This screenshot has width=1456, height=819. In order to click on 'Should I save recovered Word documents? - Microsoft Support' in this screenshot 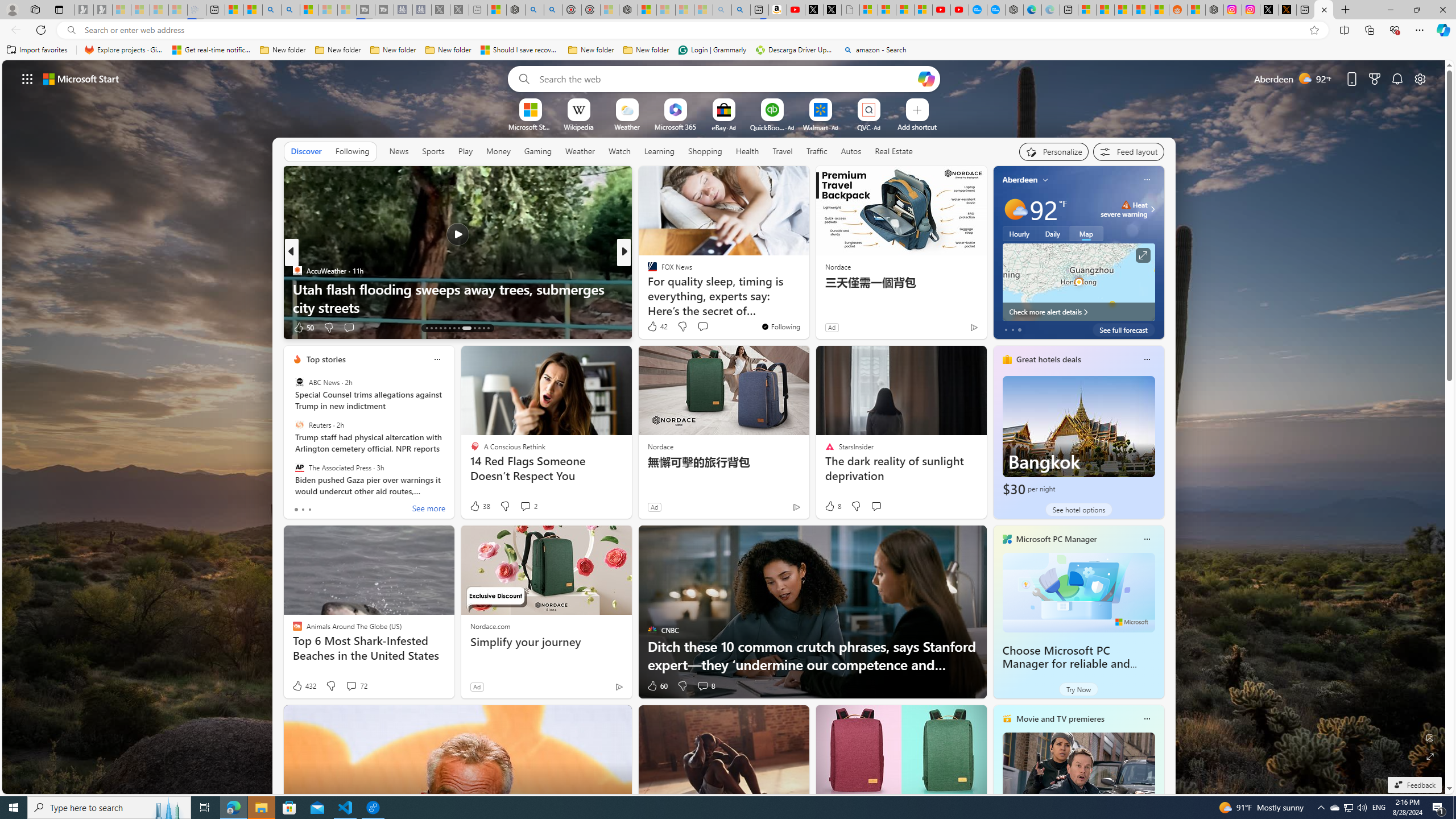, I will do `click(519, 49)`.